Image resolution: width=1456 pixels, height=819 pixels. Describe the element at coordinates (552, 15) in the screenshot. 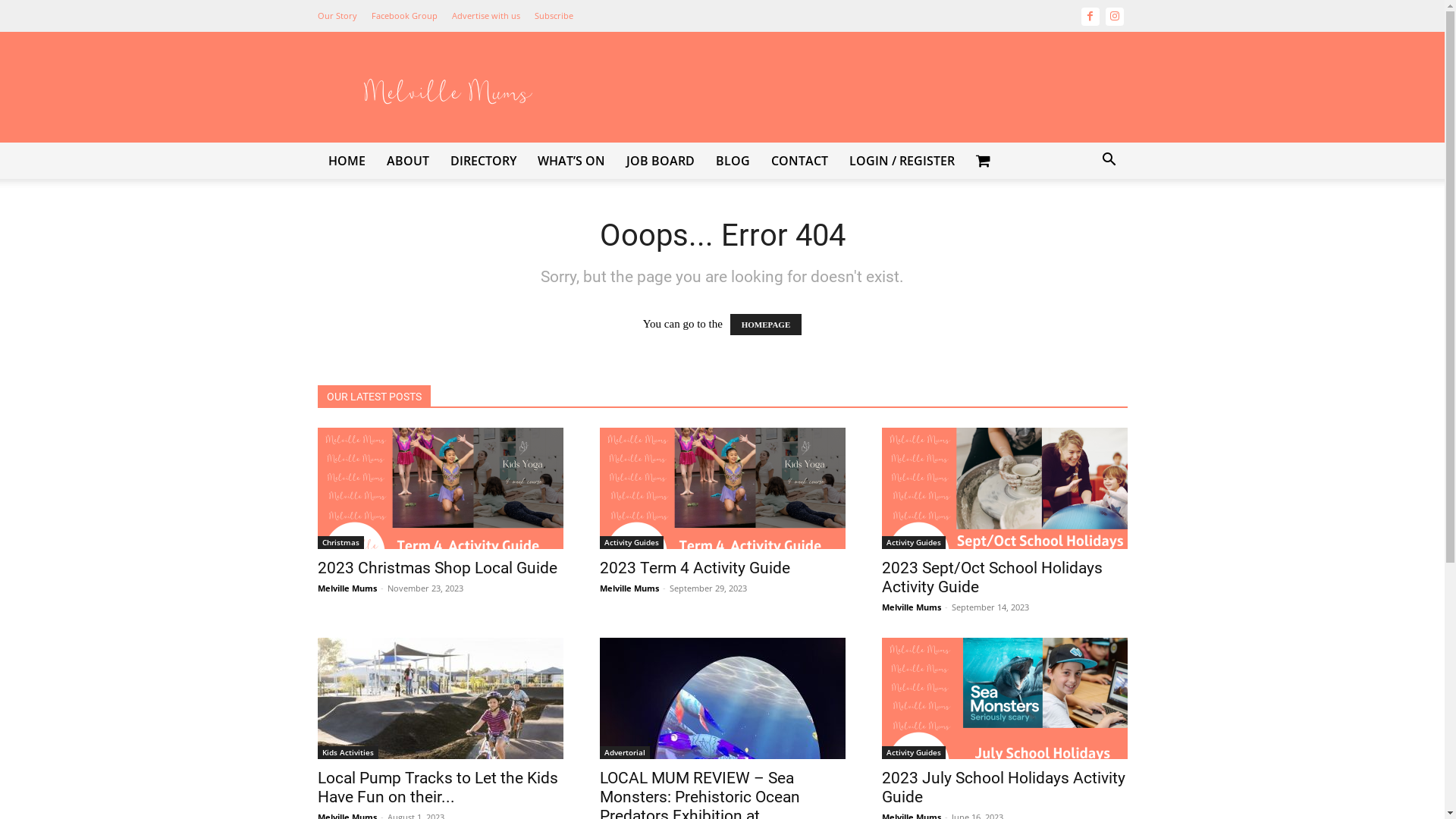

I see `'Subscribe'` at that location.